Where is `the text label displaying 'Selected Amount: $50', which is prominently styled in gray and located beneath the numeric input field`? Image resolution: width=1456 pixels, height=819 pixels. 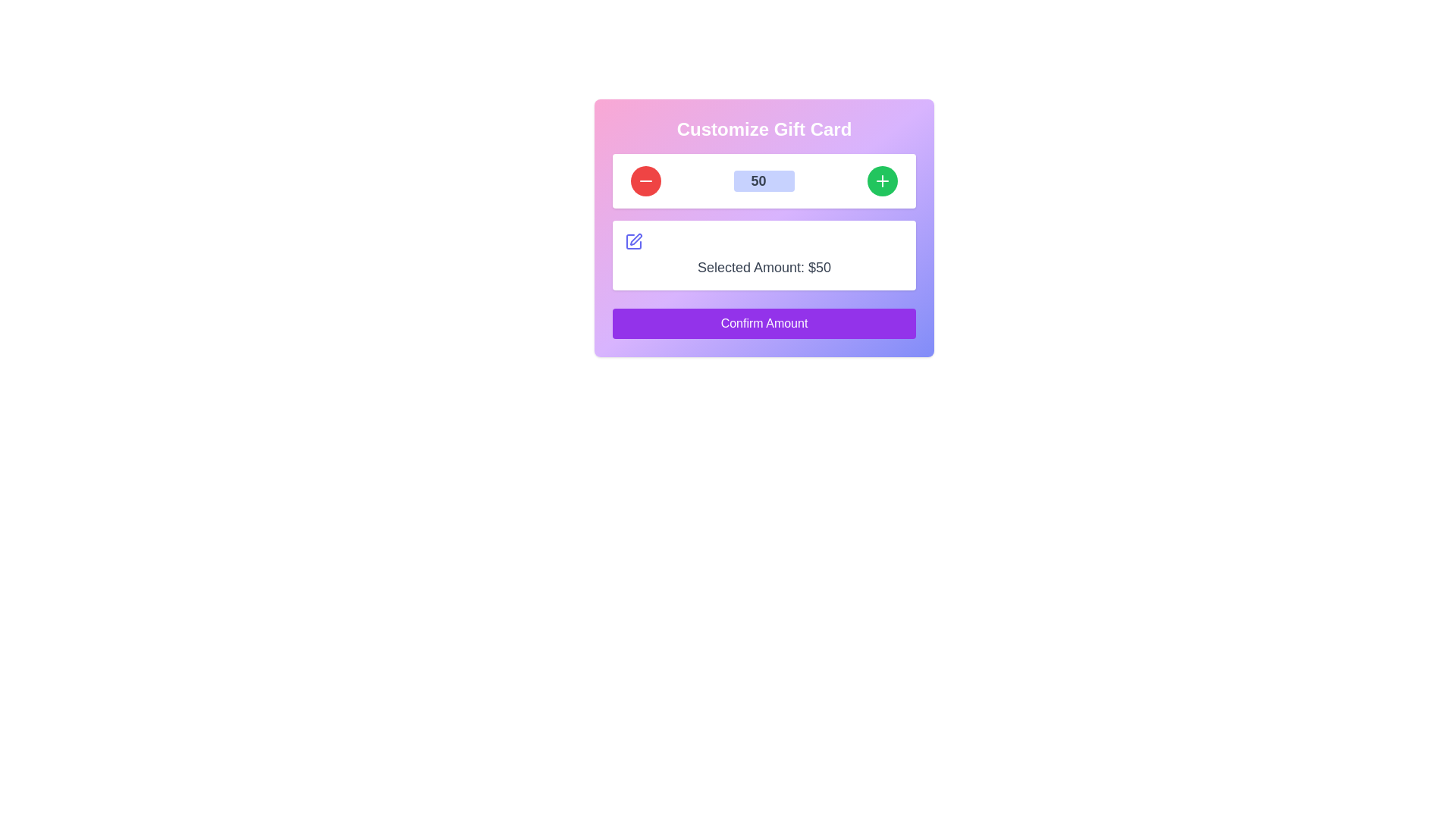
the text label displaying 'Selected Amount: $50', which is prominently styled in gray and located beneath the numeric input field is located at coordinates (764, 267).